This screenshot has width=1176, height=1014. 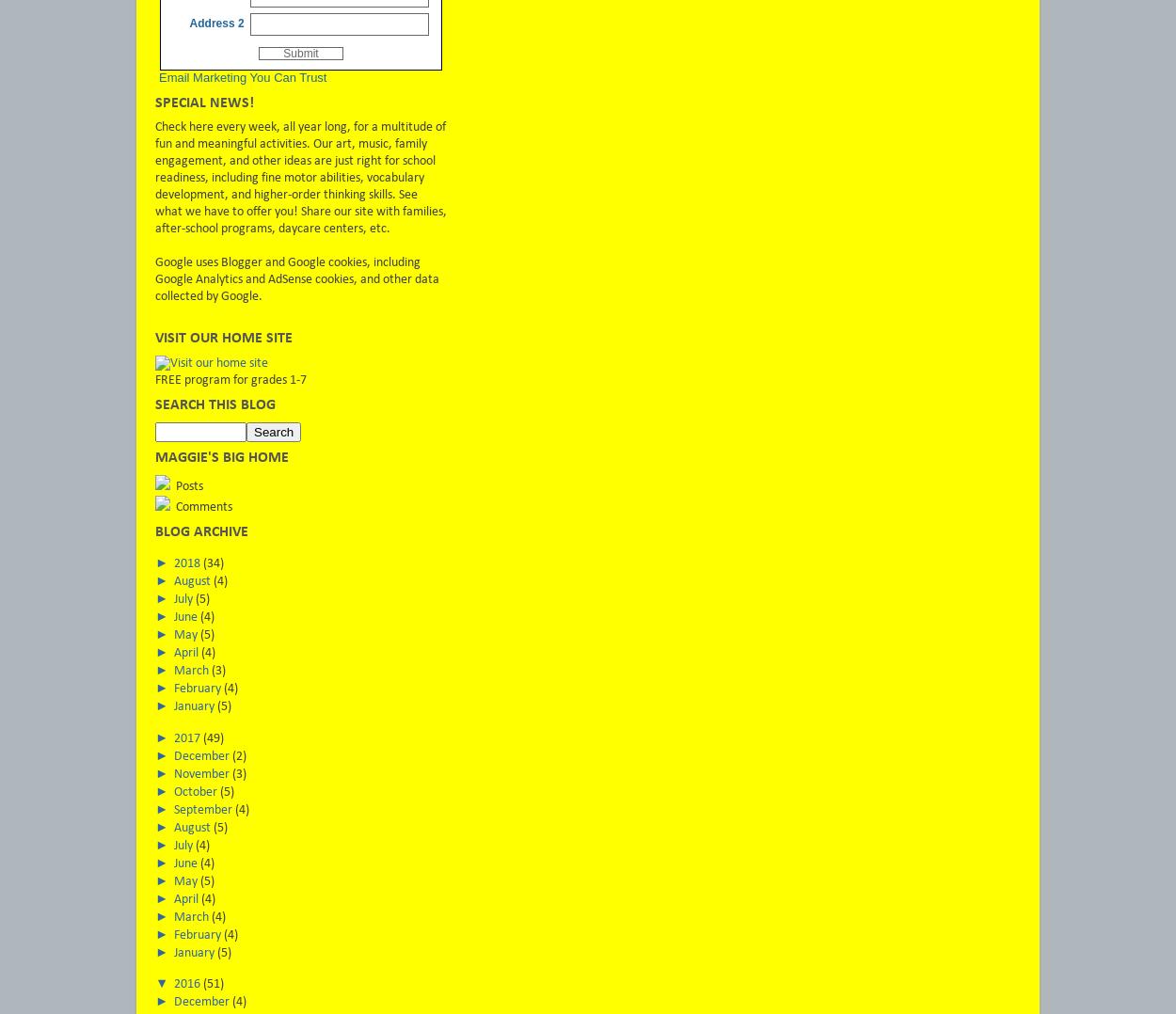 I want to click on 'September', so click(x=203, y=808).